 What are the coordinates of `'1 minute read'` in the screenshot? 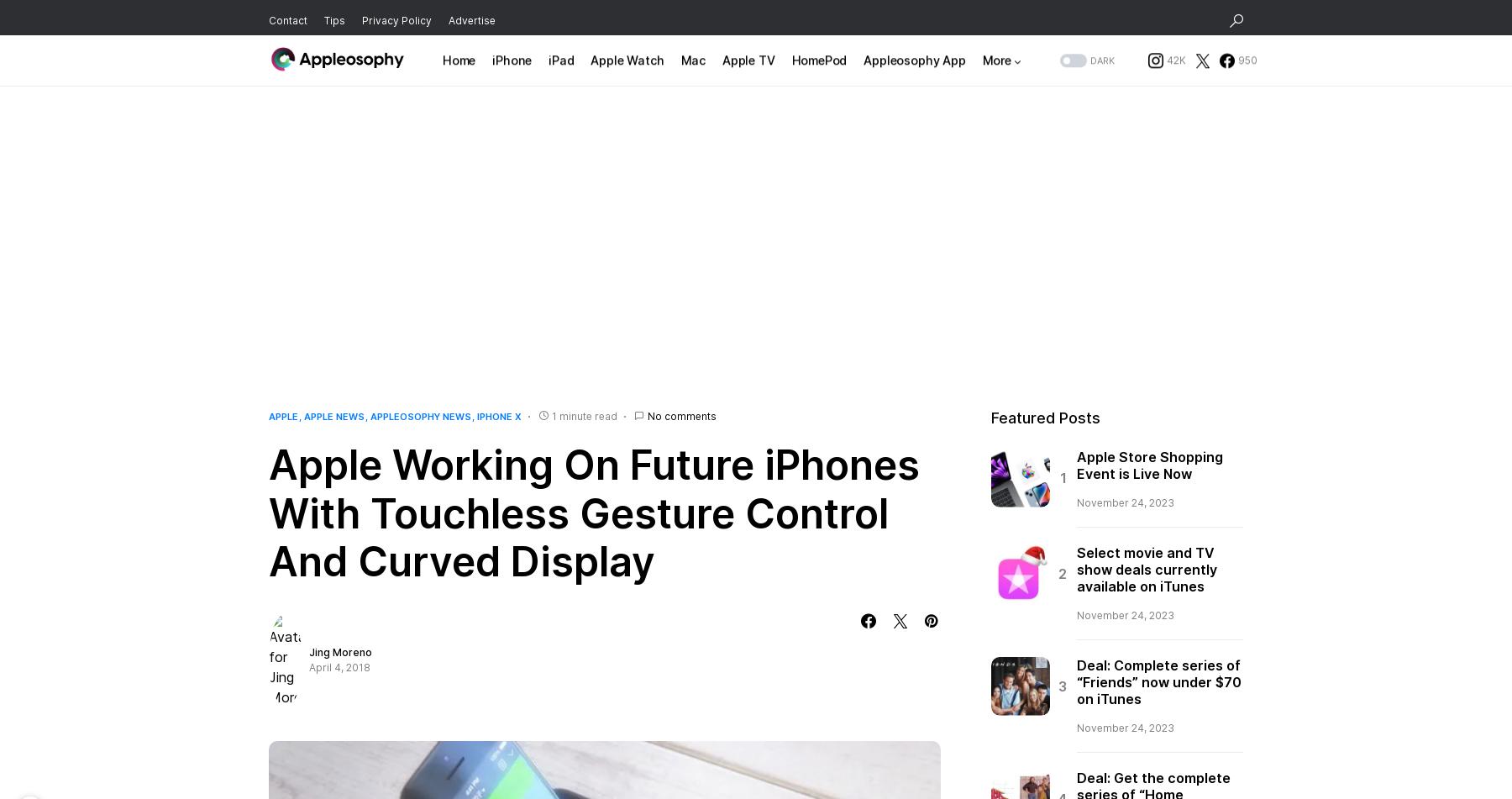 It's located at (584, 415).